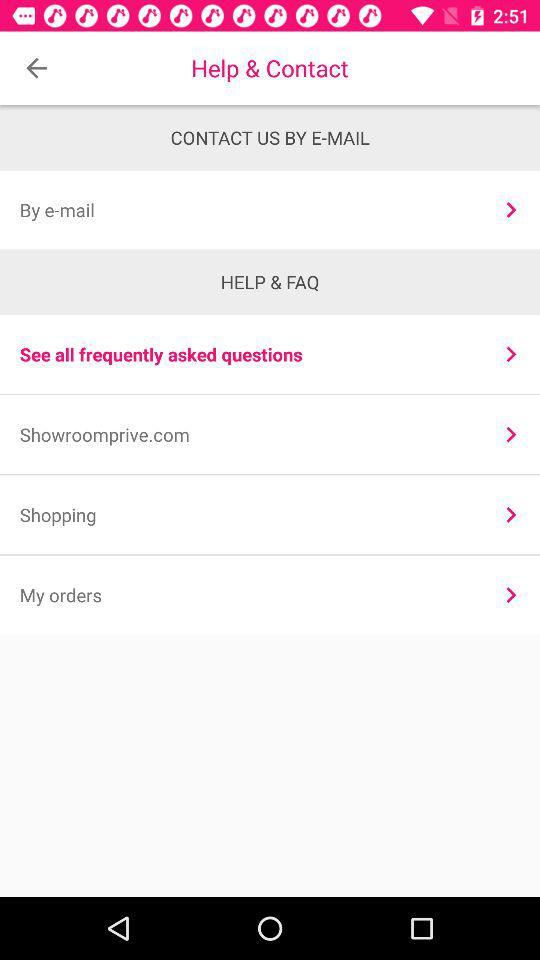 Image resolution: width=540 pixels, height=960 pixels. What do you see at coordinates (247, 434) in the screenshot?
I see `the icon below the see all frequently item` at bounding box center [247, 434].